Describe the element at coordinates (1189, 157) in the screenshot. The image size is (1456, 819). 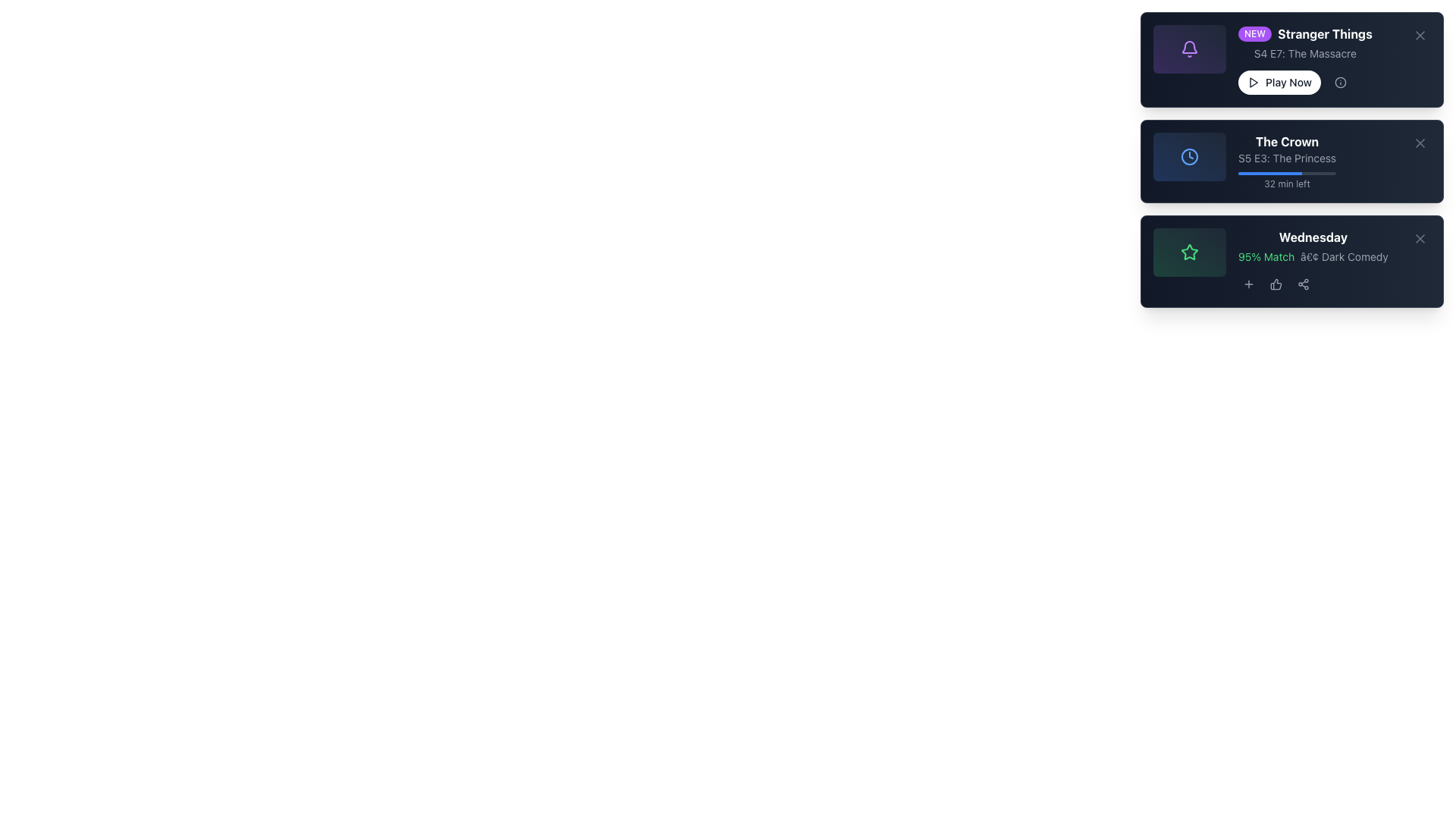
I see `the circular clock icon within the dark blue rectangular card that represents 'The Crown'` at that location.